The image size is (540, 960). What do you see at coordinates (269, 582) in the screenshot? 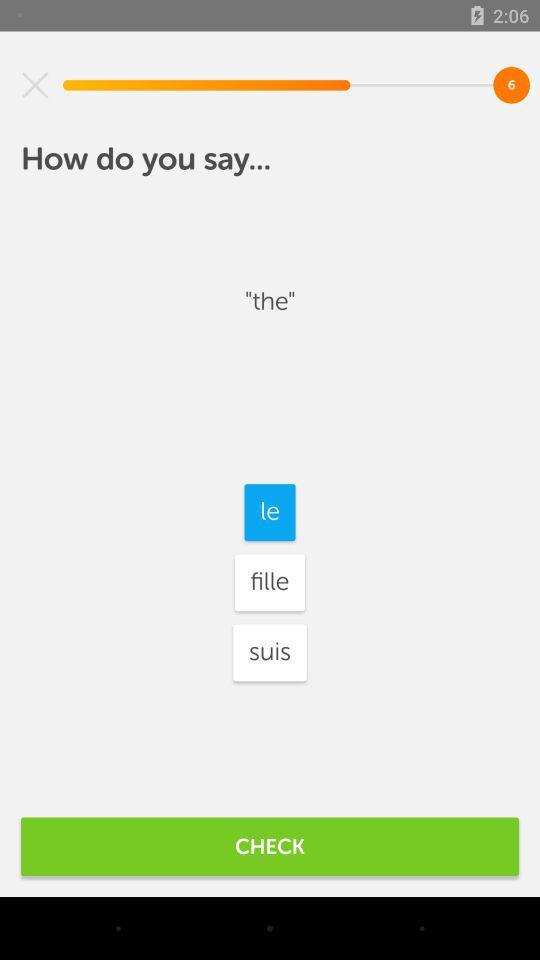
I see `icon above suis` at bounding box center [269, 582].